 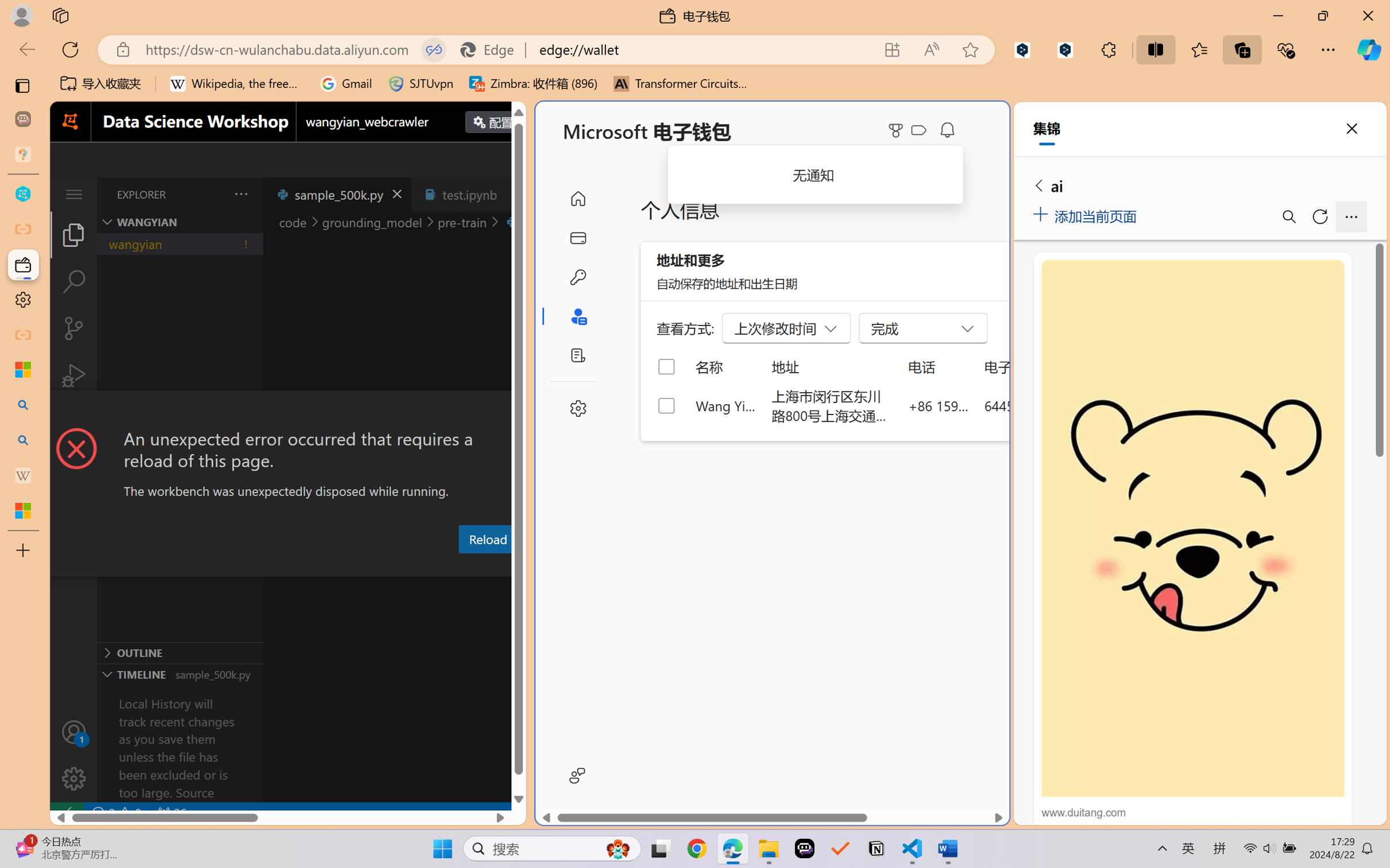 What do you see at coordinates (180, 652) in the screenshot?
I see `'Outline Section'` at bounding box center [180, 652].